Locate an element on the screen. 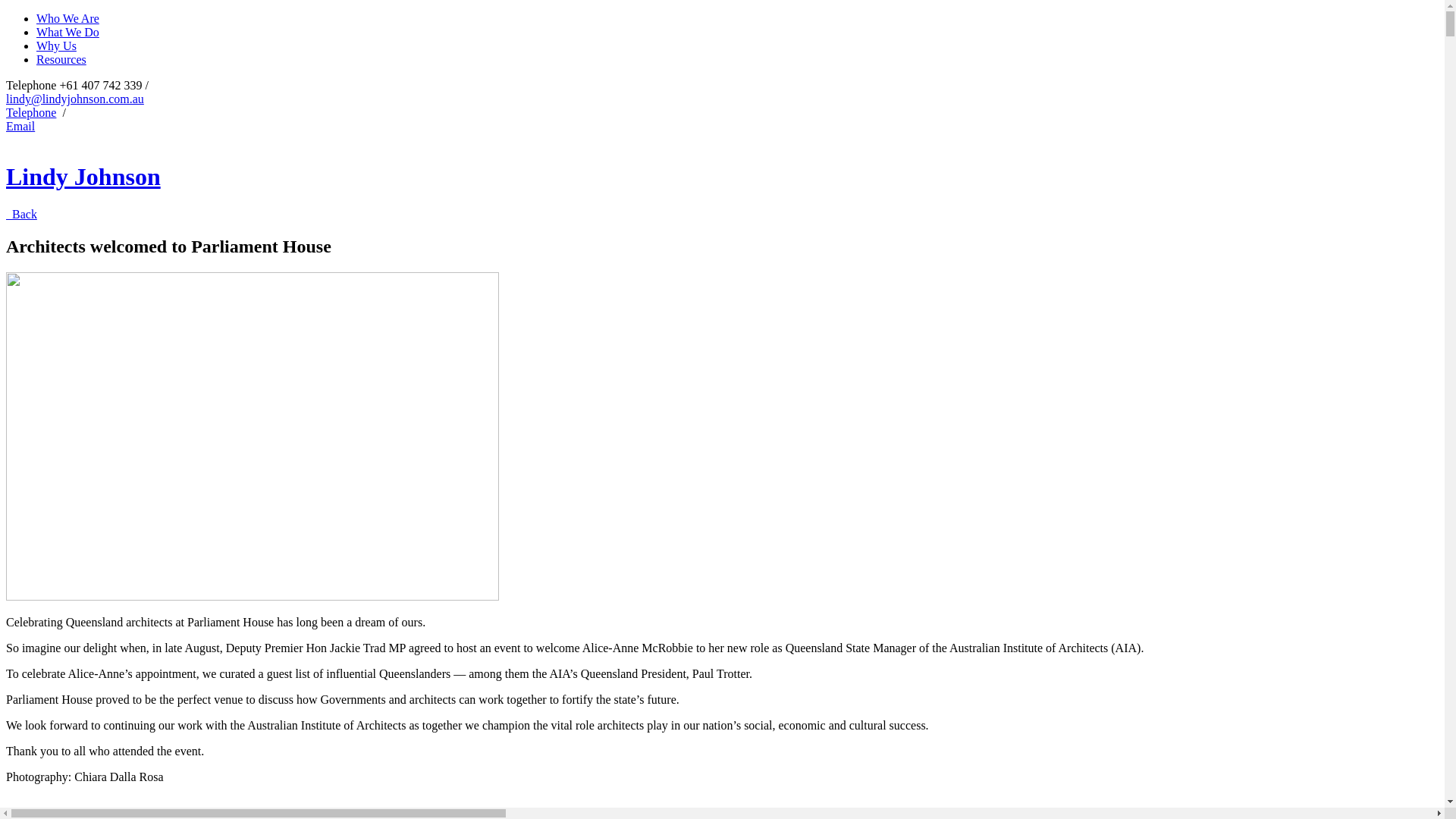 This screenshot has height=819, width=1456. 'Lindy Johnson' is located at coordinates (83, 175).